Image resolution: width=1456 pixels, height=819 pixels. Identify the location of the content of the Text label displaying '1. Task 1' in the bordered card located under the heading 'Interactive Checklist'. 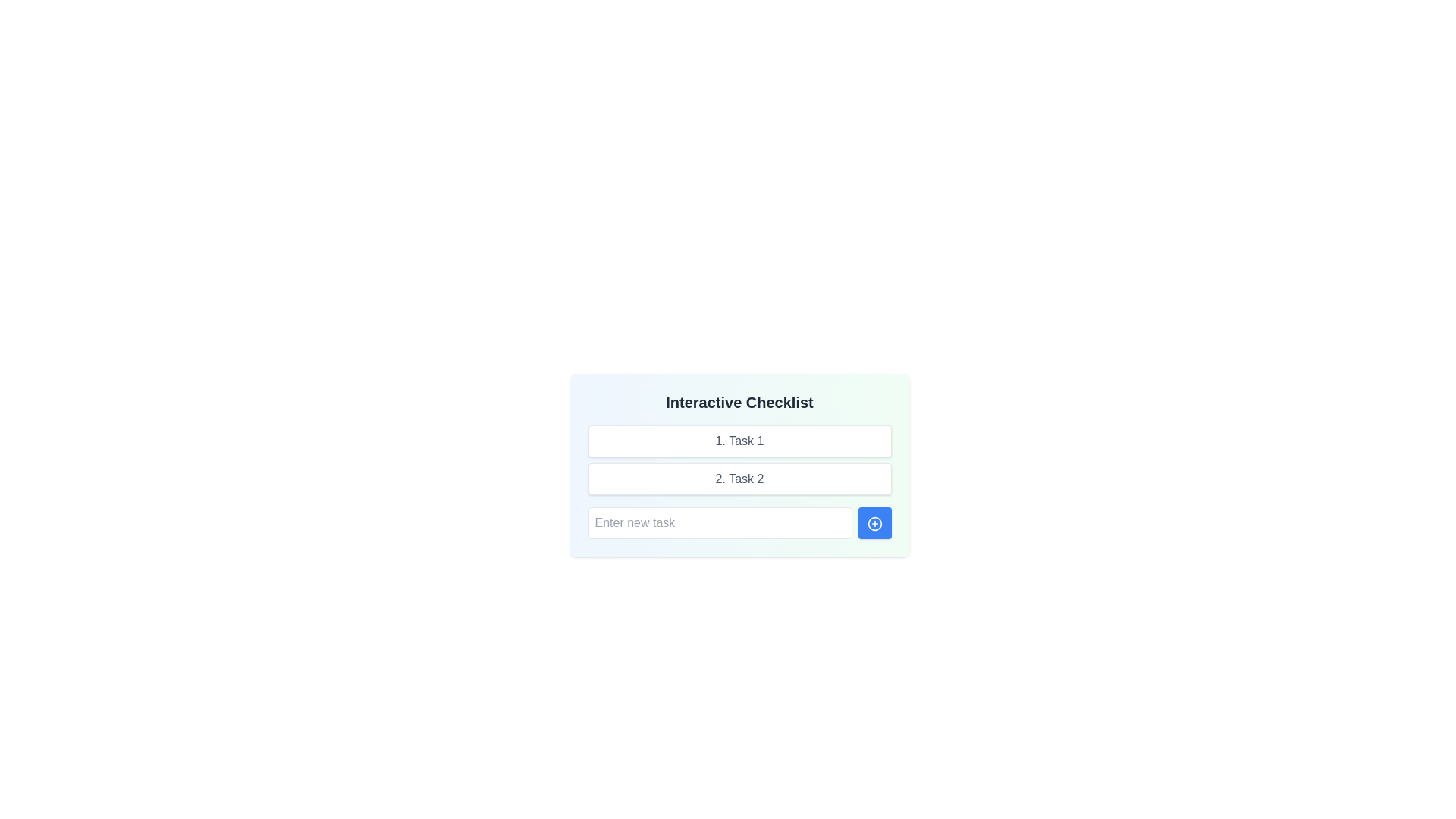
(739, 441).